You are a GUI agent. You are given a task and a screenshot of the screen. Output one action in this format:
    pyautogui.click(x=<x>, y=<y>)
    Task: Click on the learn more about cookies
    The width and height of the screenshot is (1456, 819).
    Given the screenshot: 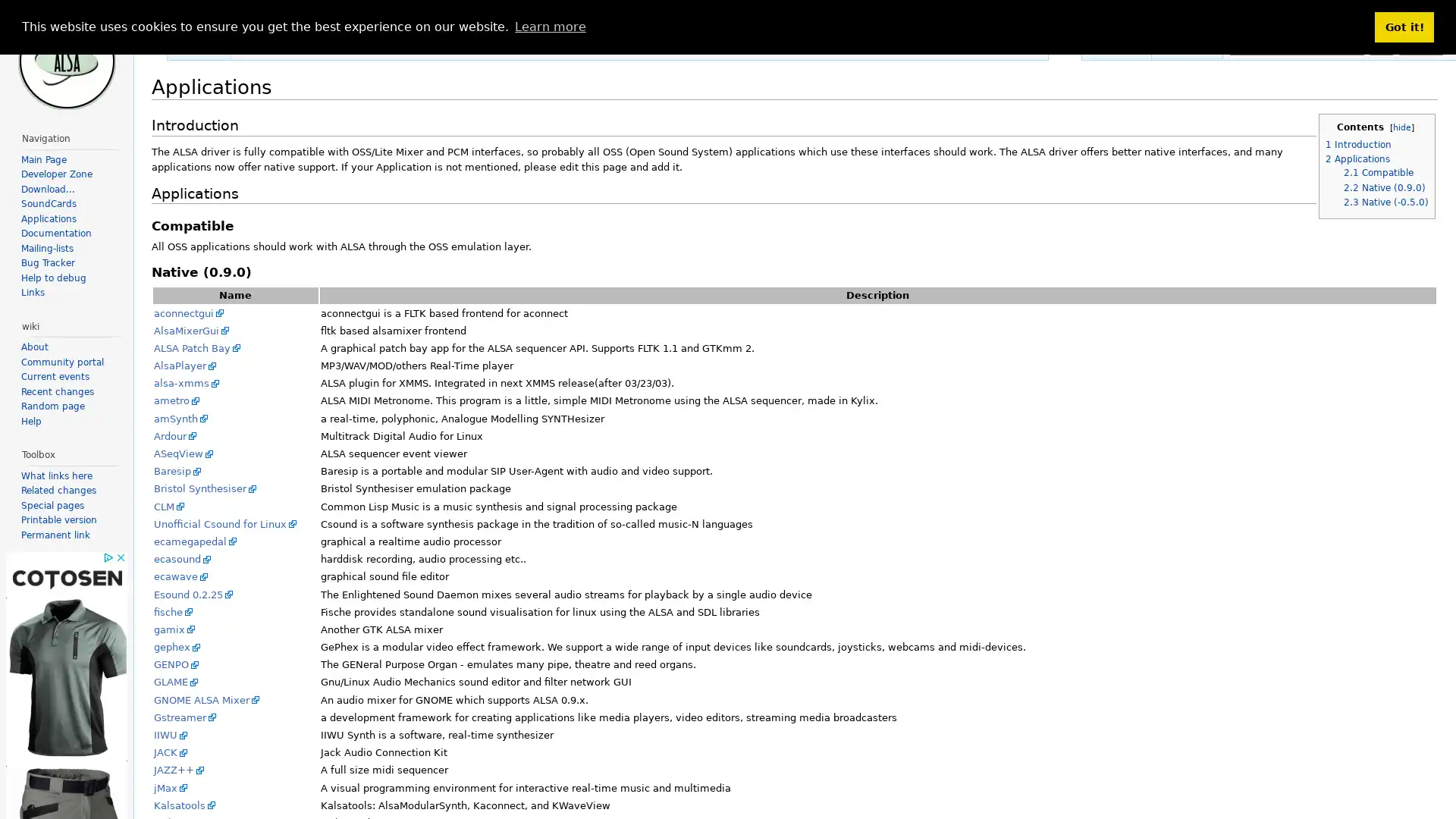 What is the action you would take?
    pyautogui.click(x=549, y=26)
    